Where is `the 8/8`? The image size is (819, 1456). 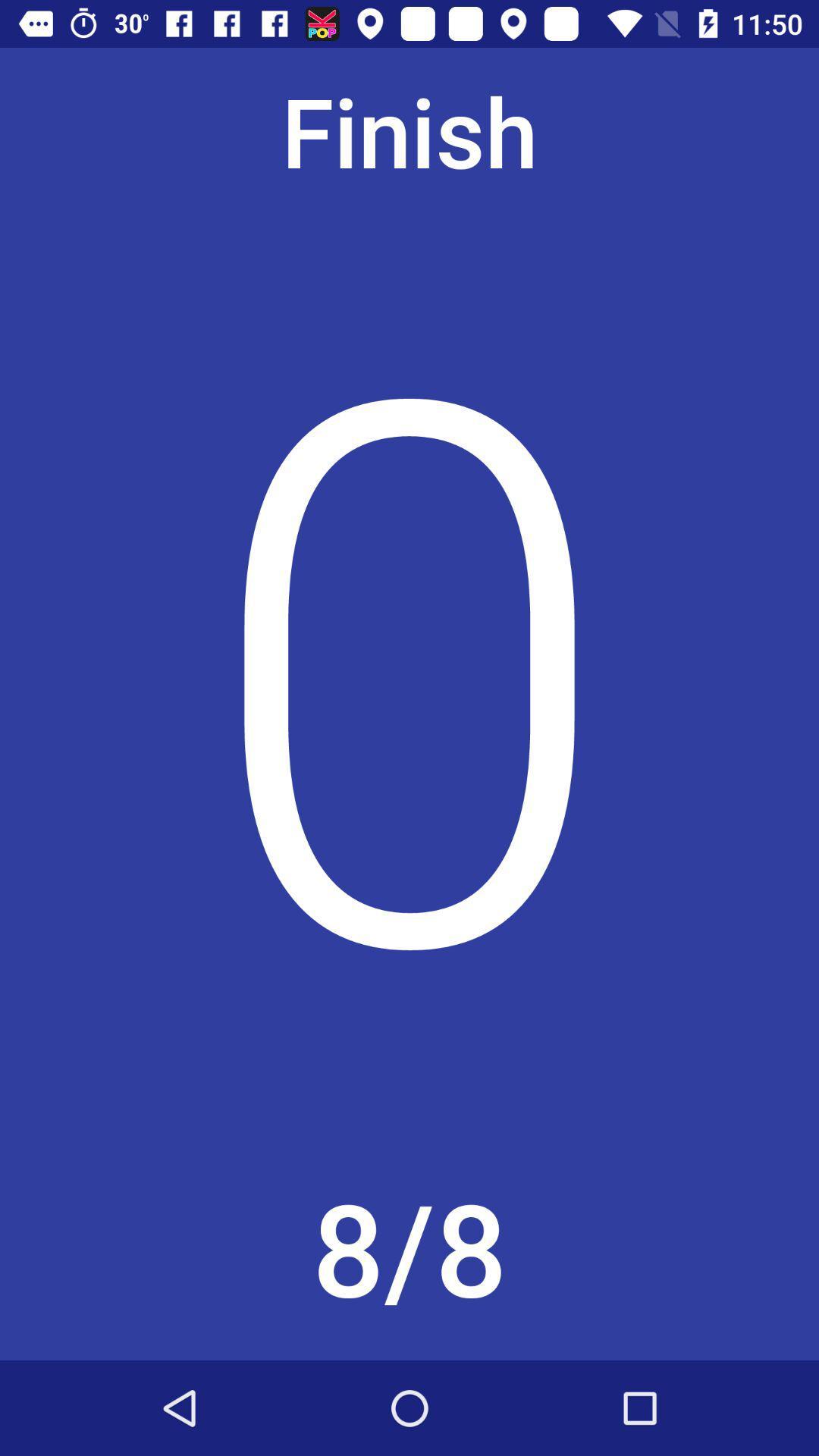
the 8/8 is located at coordinates (409, 1254).